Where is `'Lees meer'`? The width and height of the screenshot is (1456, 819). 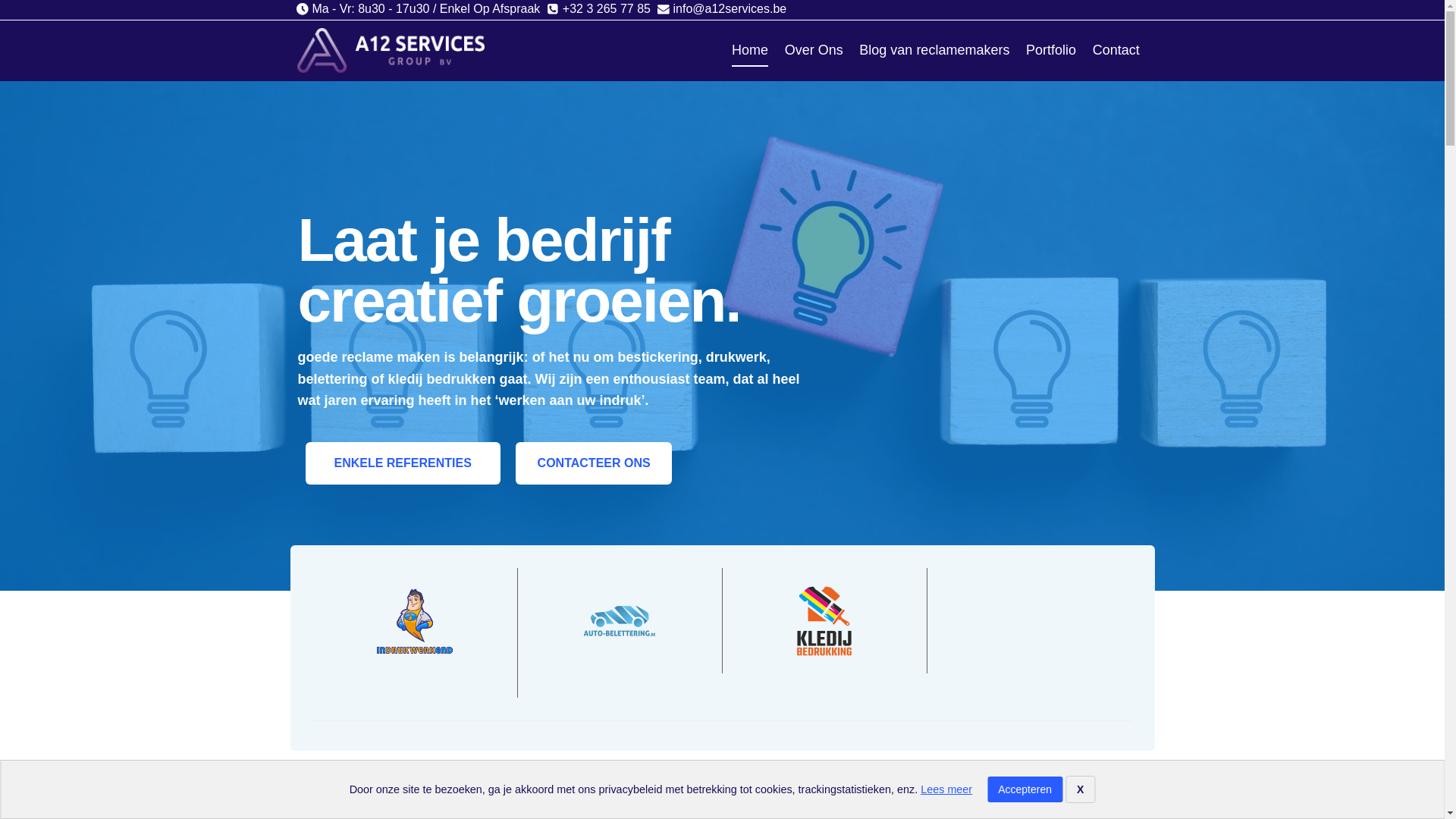 'Lees meer' is located at coordinates (946, 789).